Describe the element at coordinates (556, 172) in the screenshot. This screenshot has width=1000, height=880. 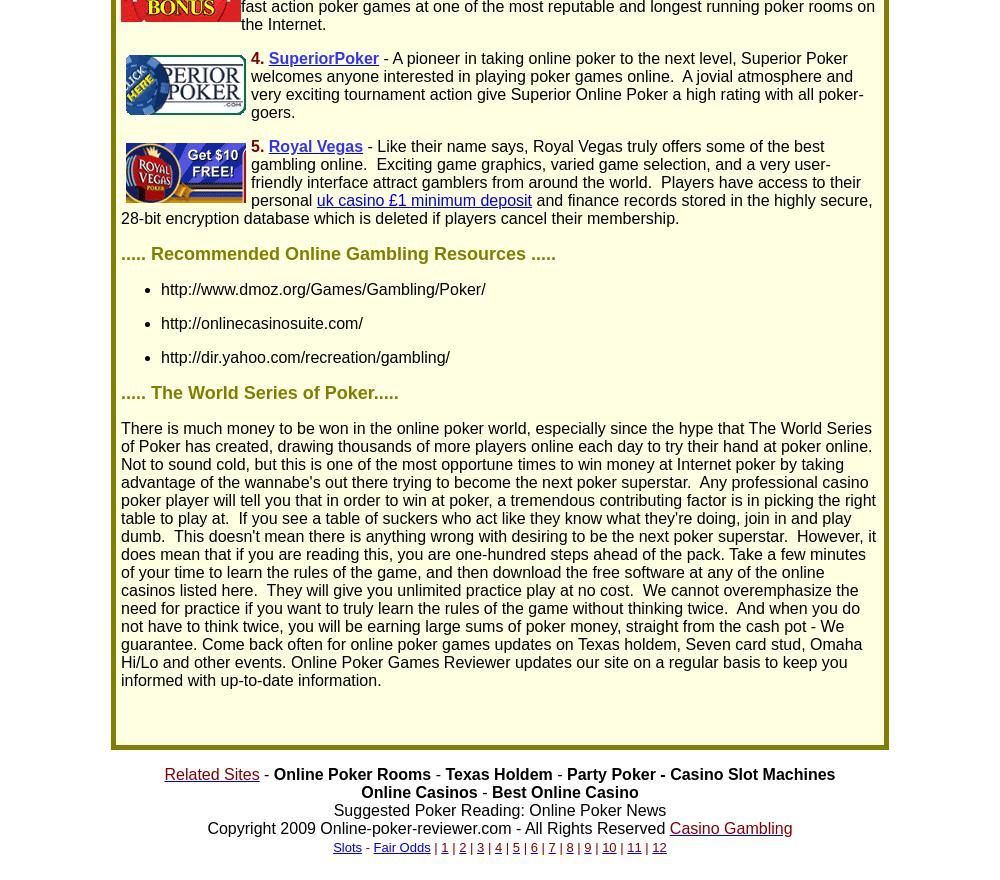
I see `'- Like their name says, Royal Vegas truly offers some of the best gambling online.  Exciting game graphics, varied game selection, and a very user-friendly interface attract gamblers from around the world.  Players have access to their personal'` at that location.